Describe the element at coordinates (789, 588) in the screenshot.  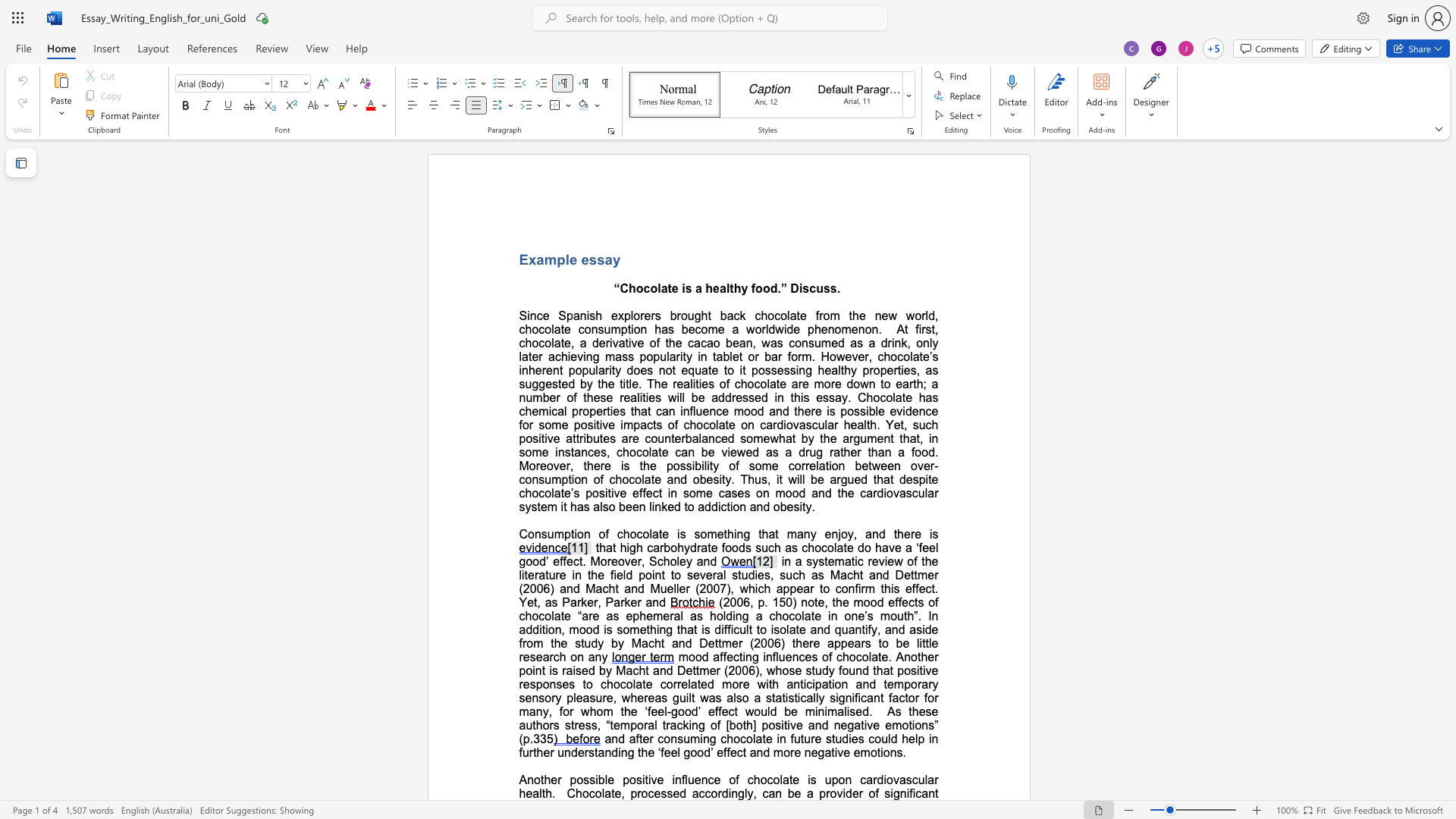
I see `the space between the continuous character "p" and "p" in the text` at that location.